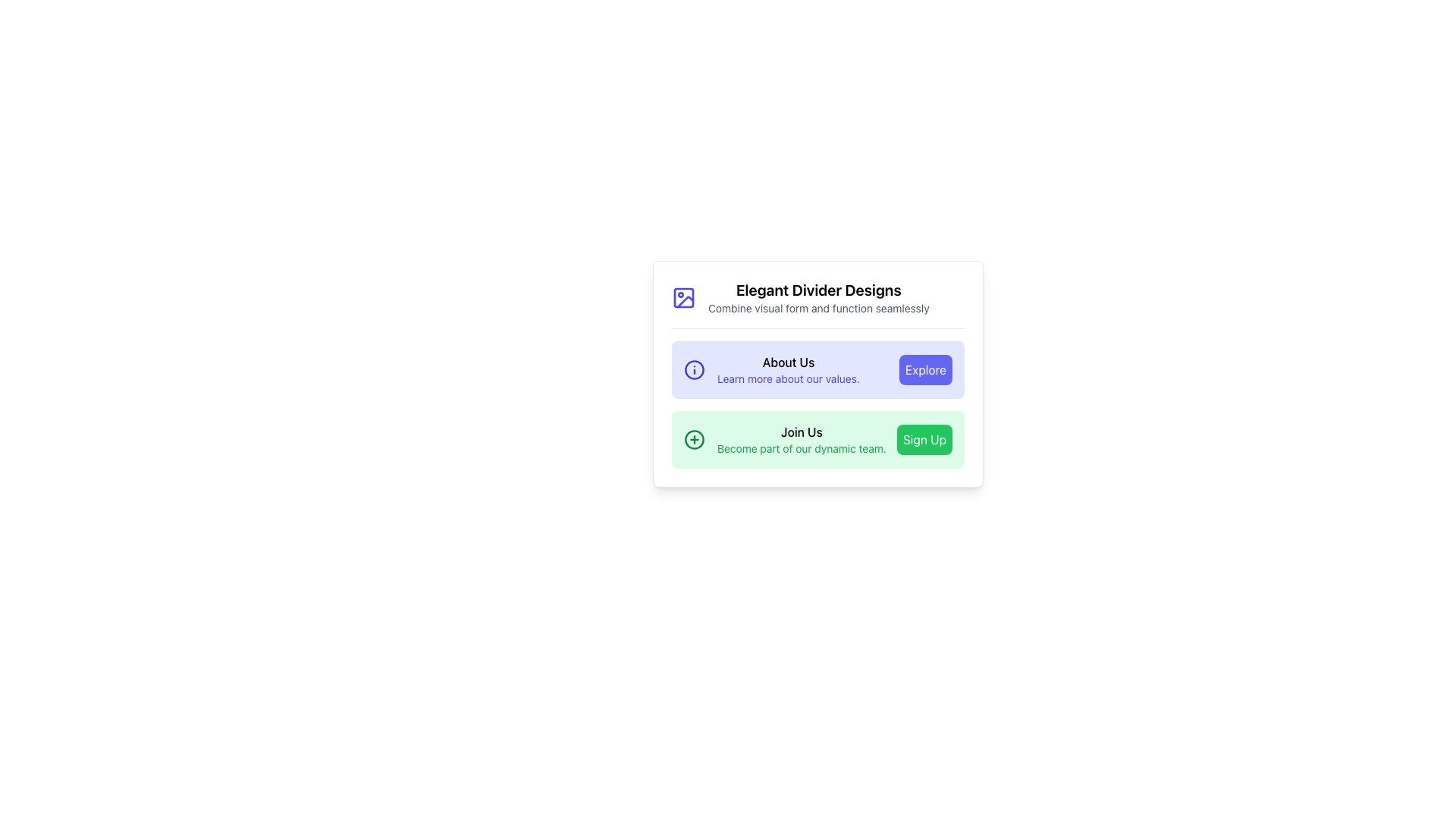 This screenshot has width=1456, height=819. Describe the element at coordinates (801, 447) in the screenshot. I see `the text element that contains 'Become part of our dynamic team.' located in the green-themed segment below the 'Join Us' heading` at that location.